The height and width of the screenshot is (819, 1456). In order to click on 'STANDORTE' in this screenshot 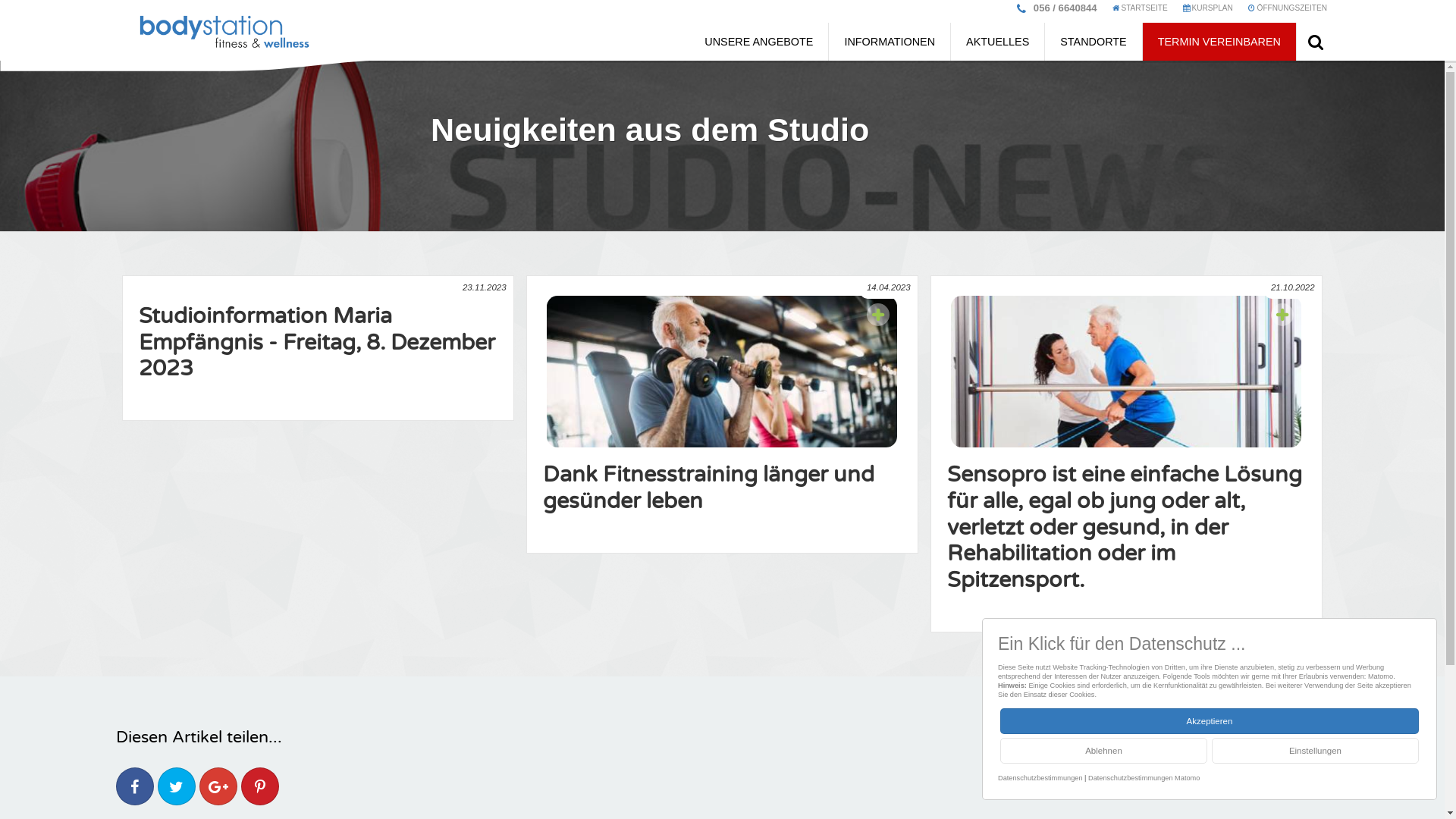, I will do `click(1093, 40)`.